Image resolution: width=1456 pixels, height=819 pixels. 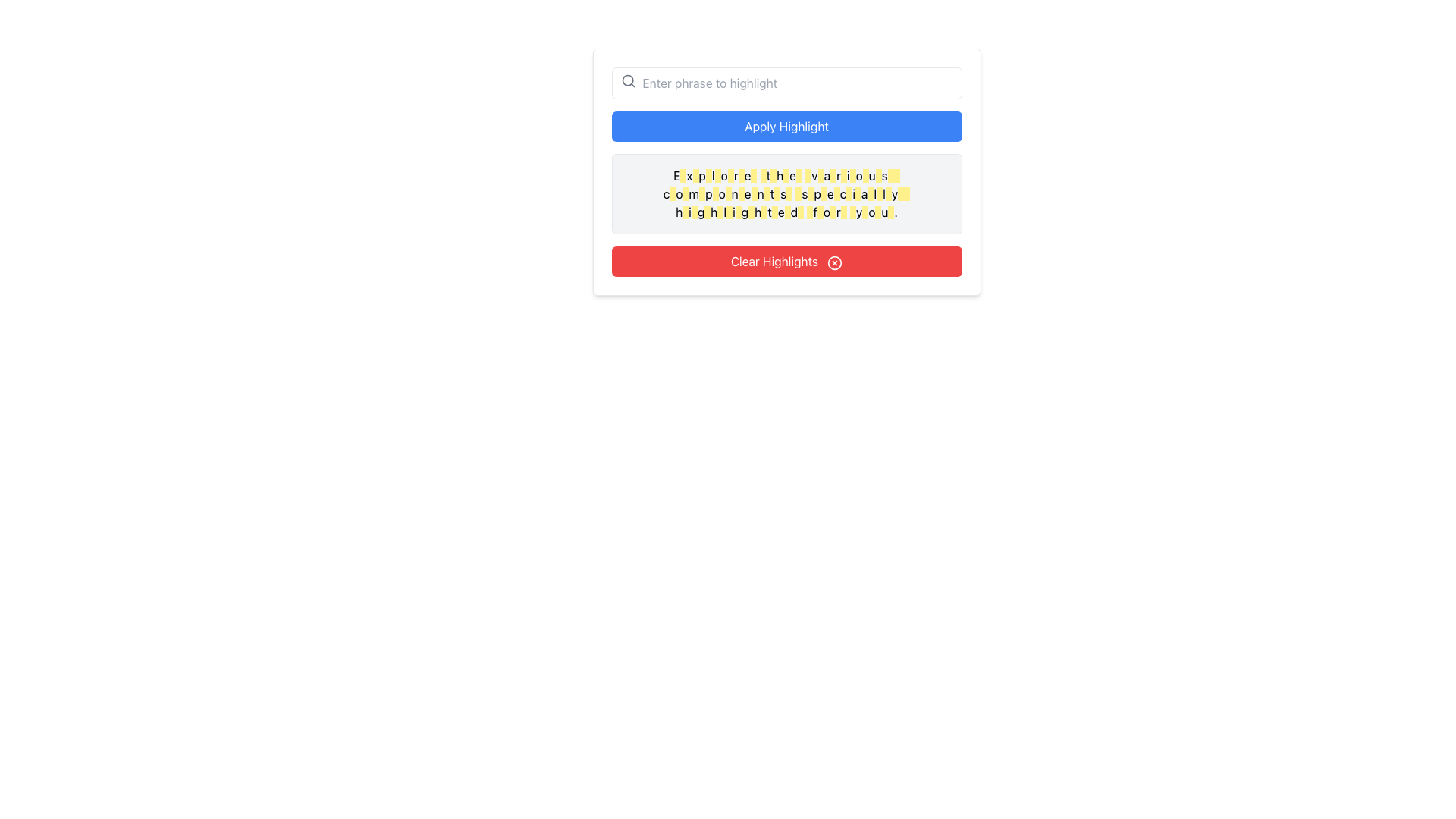 I want to click on the decorative highlight box located in the second row of yellow-highlighted words, positioned beneath the 'Apply Highlight' and 'Clear Highlights' buttons, so click(x=672, y=193).